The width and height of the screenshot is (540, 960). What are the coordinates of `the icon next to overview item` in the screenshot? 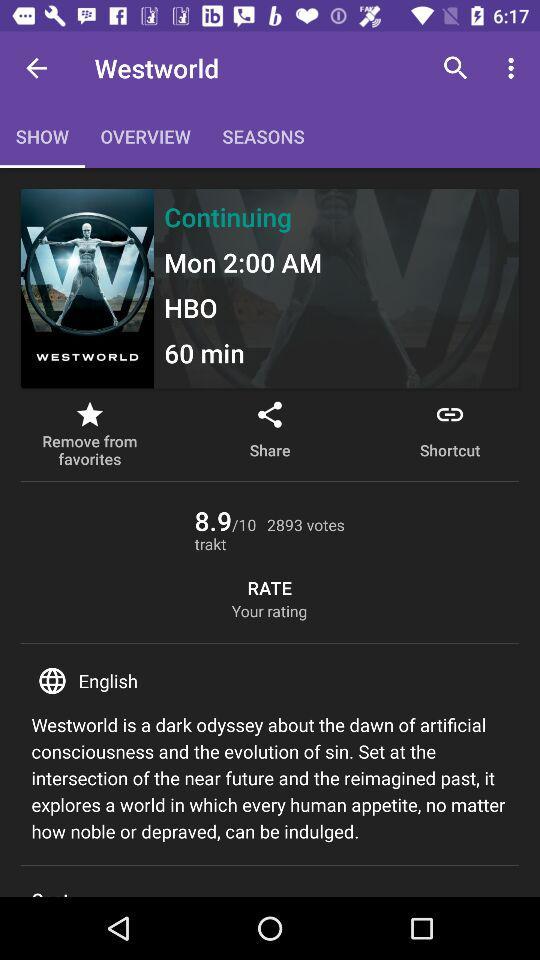 It's located at (36, 68).